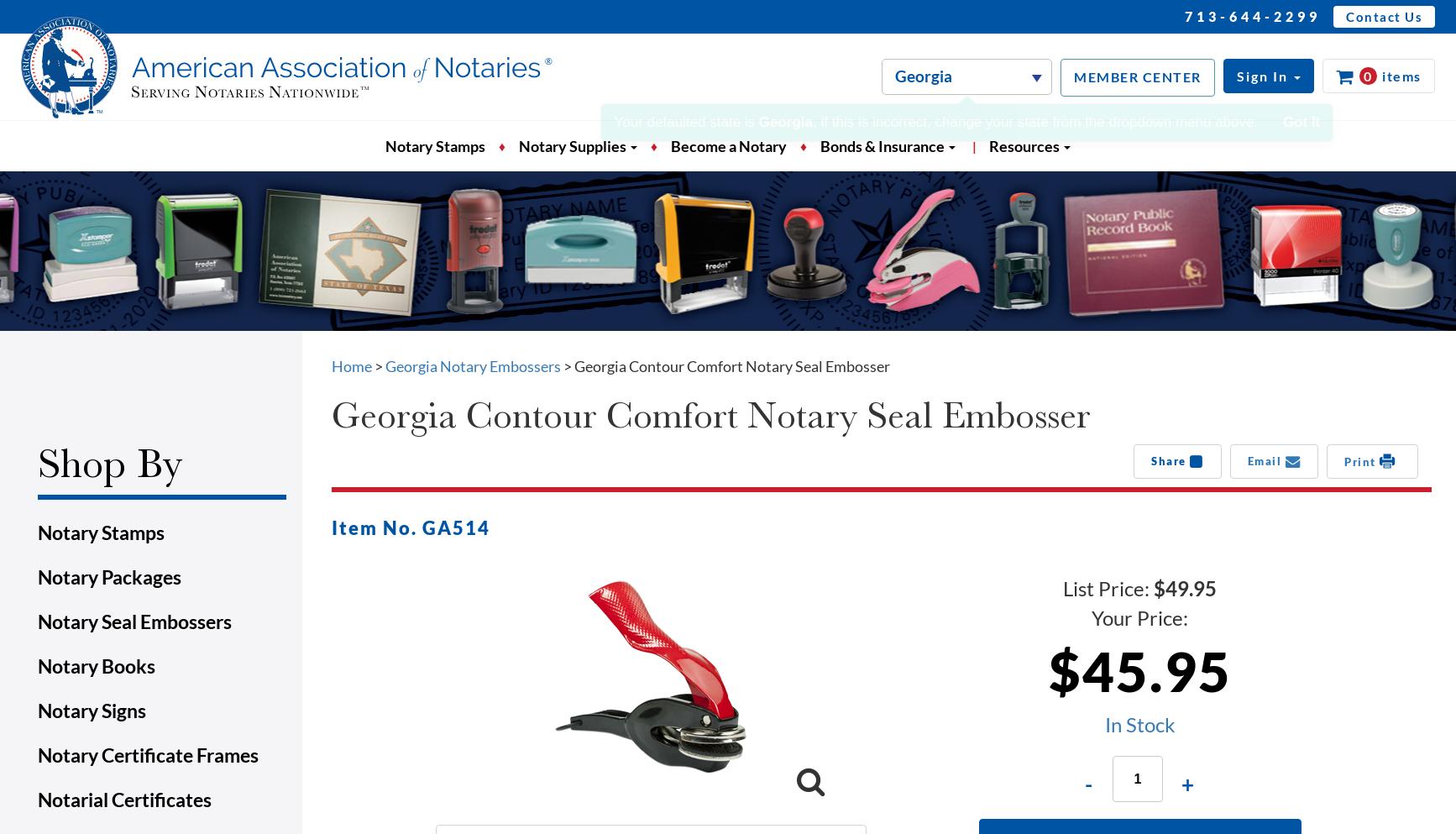  Describe the element at coordinates (38, 576) in the screenshot. I see `'Notary Packages'` at that location.